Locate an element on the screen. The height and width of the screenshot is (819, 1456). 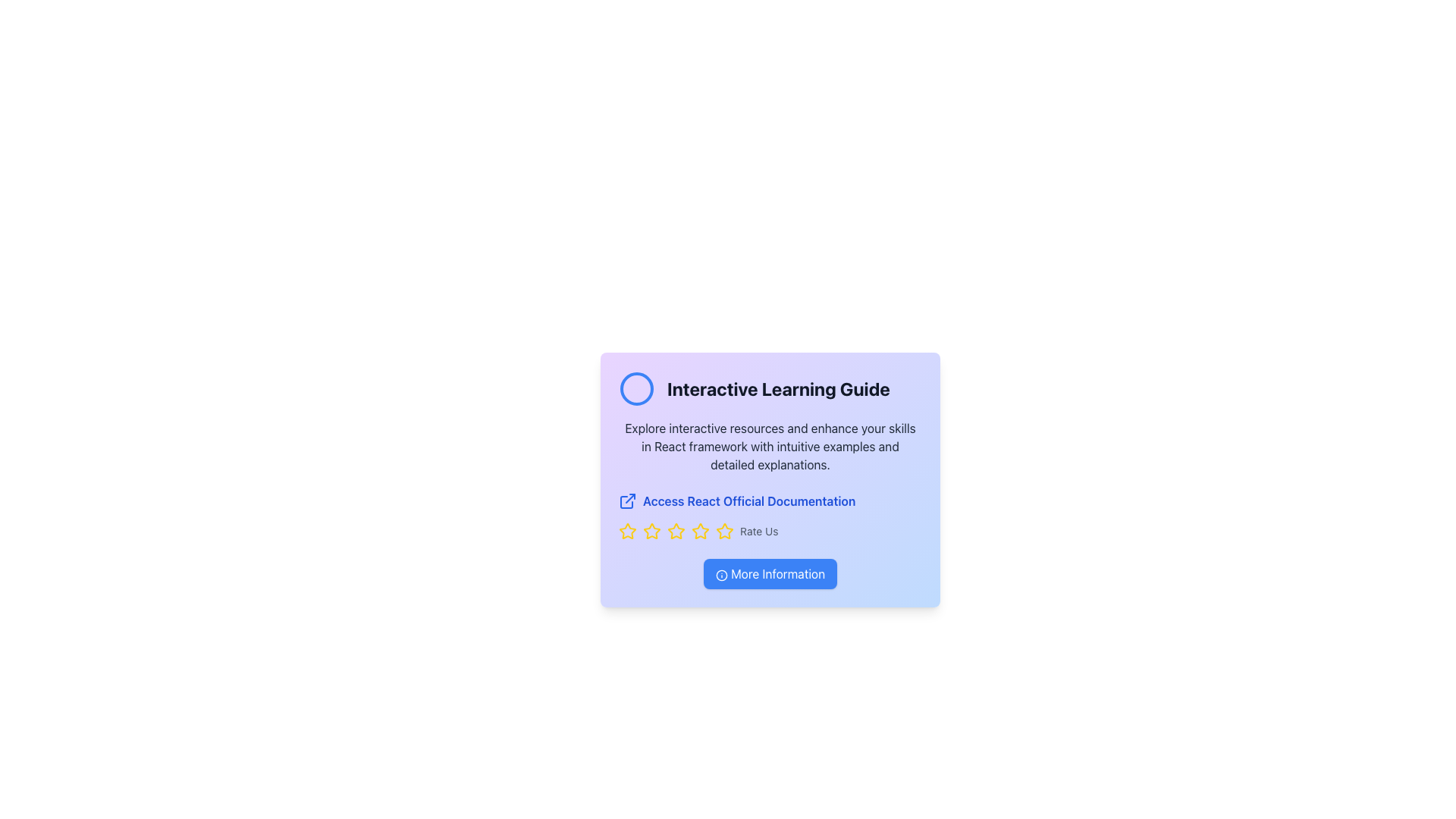
the fourth star icon is located at coordinates (700, 530).